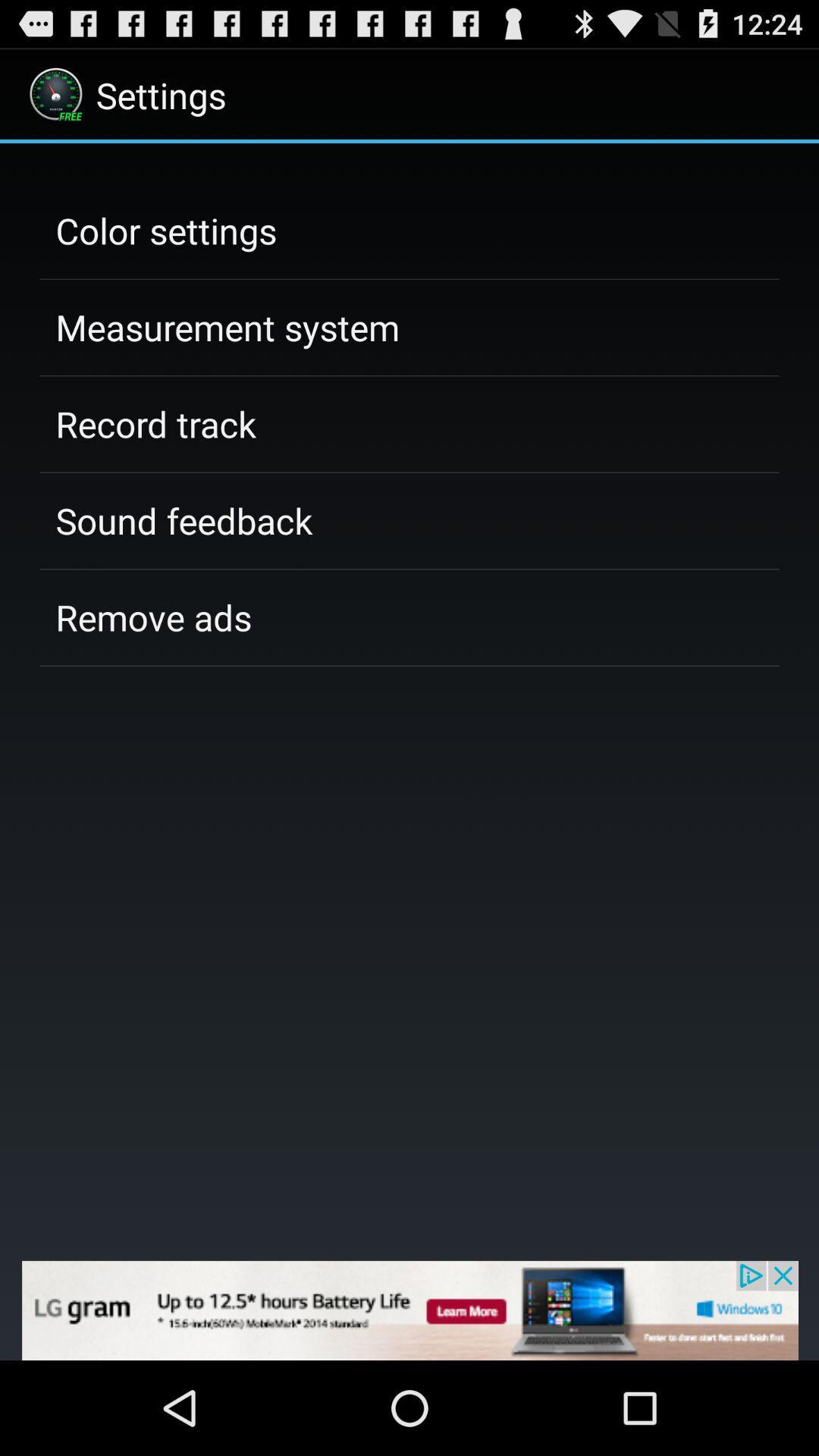 Image resolution: width=819 pixels, height=1456 pixels. Describe the element at coordinates (409, 1310) in the screenshot. I see `advertisement` at that location.